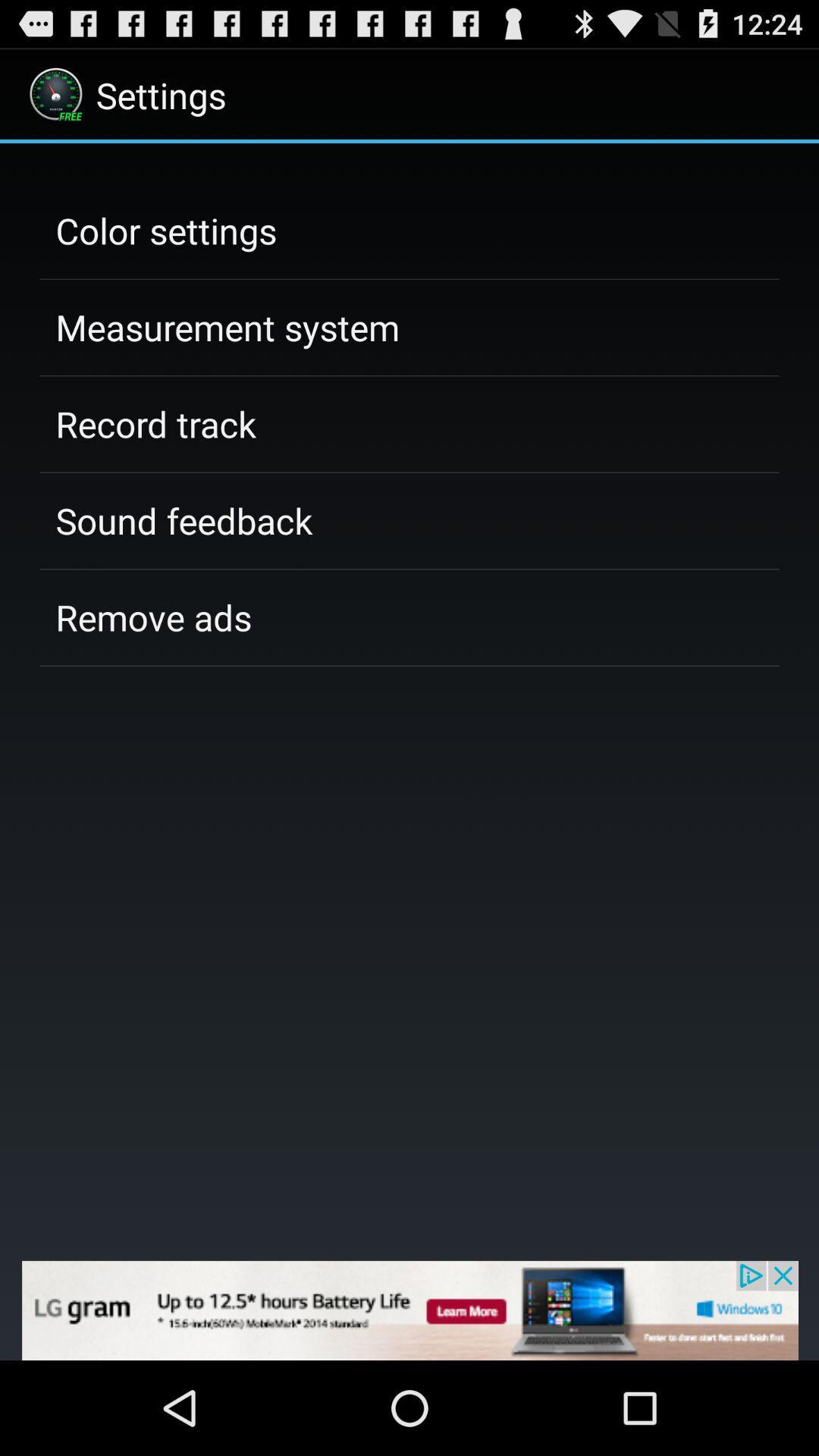 Image resolution: width=819 pixels, height=1456 pixels. Describe the element at coordinates (409, 1310) in the screenshot. I see `advertisement` at that location.